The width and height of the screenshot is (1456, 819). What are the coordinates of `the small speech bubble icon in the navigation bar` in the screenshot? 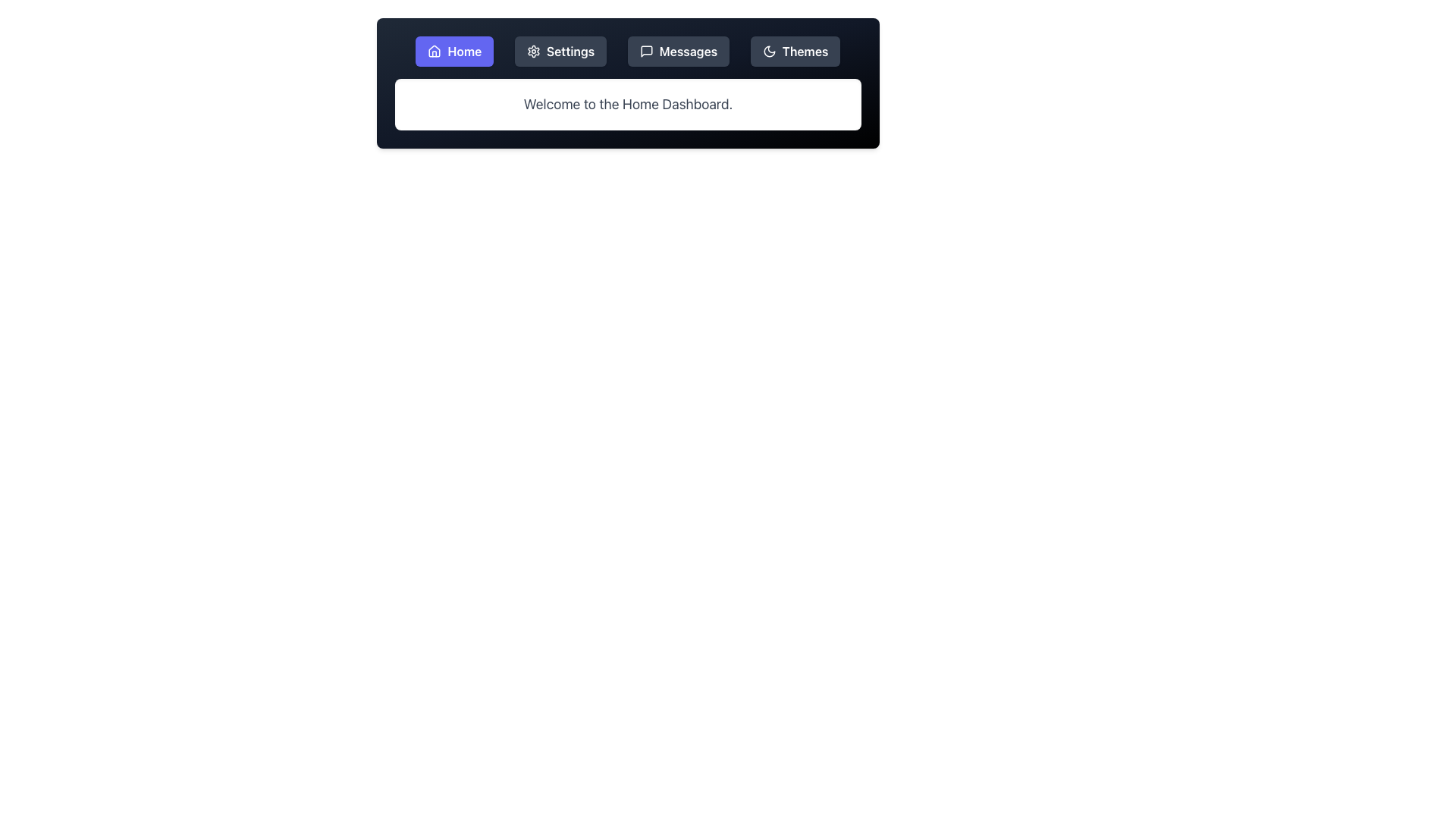 It's located at (646, 51).